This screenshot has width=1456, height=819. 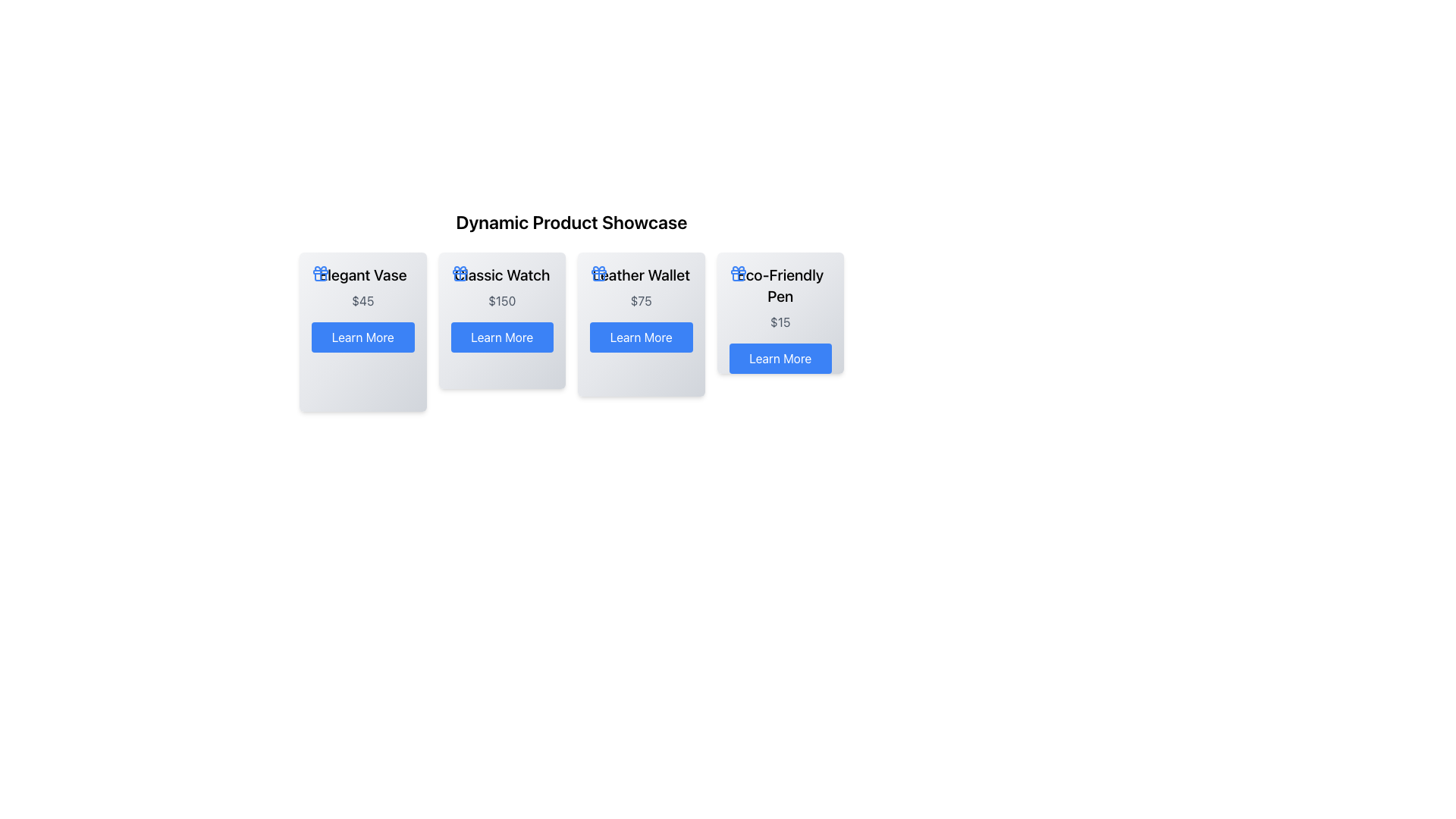 I want to click on text content of the large, bold-styled text label that reads 'Dynamic Product Showcase', positioned at the top of the section and centered horizontally, so click(x=570, y=222).